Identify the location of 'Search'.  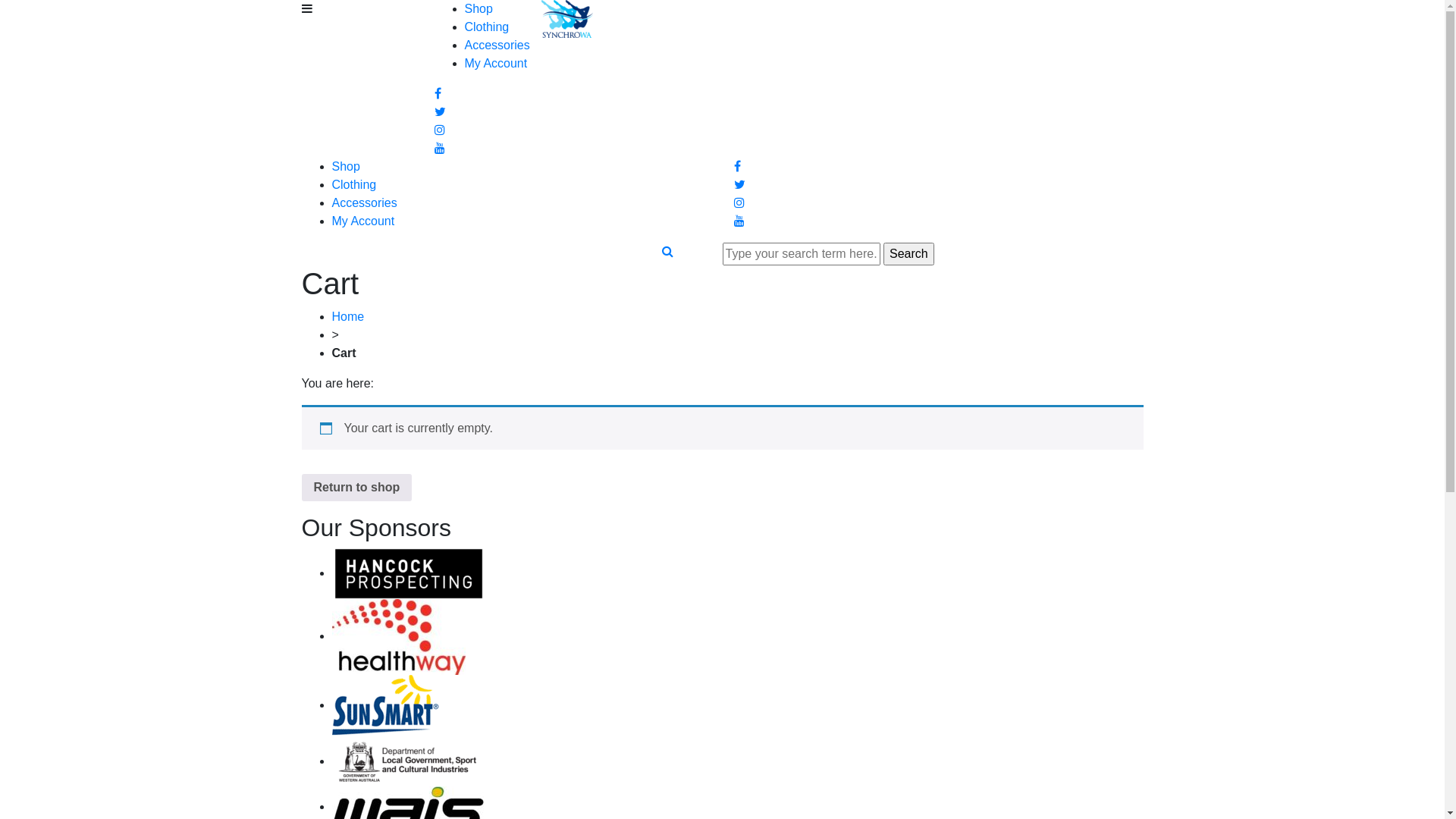
(908, 253).